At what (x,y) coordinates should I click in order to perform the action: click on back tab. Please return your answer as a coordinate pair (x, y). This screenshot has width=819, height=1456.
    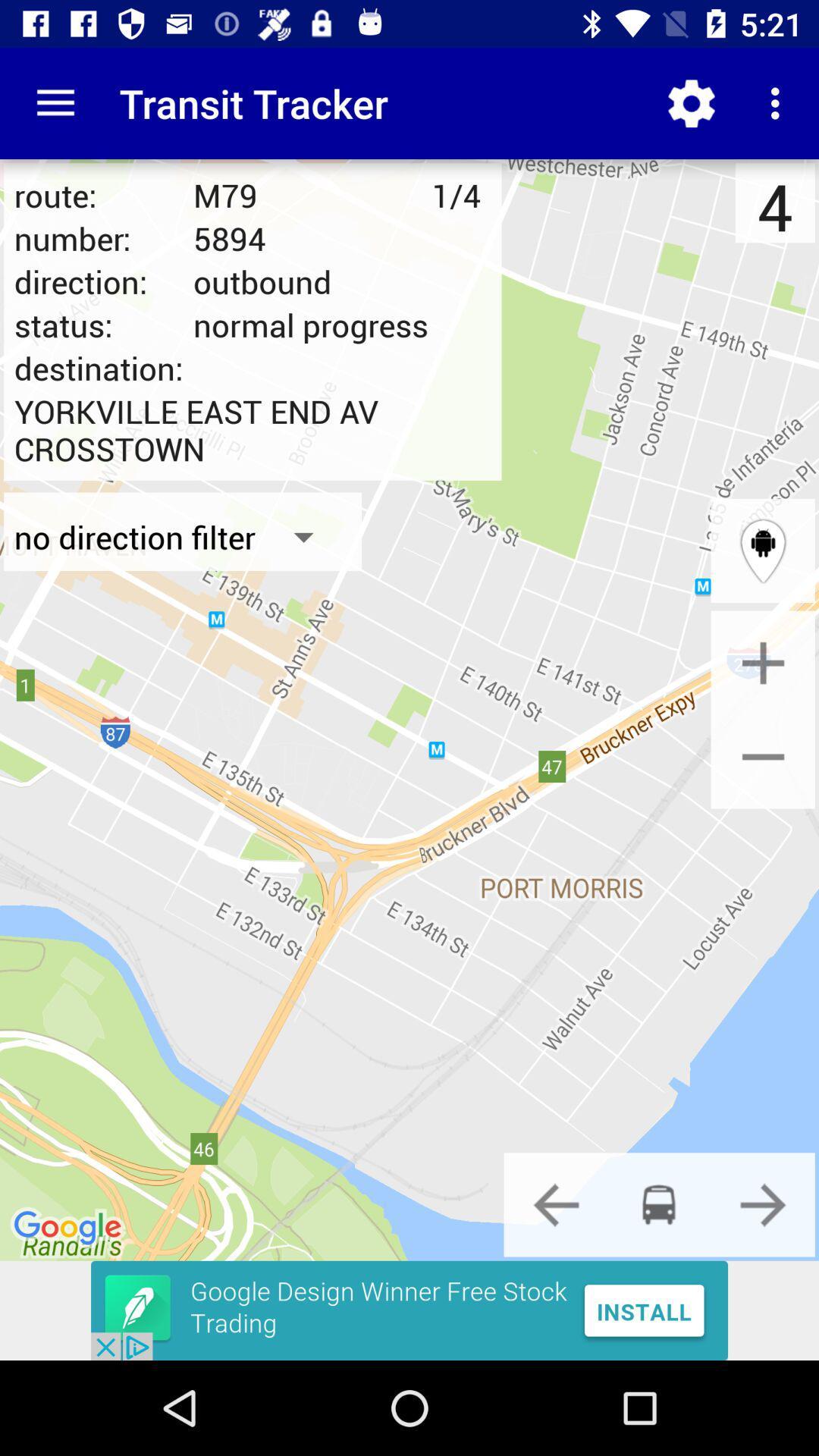
    Looking at the image, I should click on (556, 1203).